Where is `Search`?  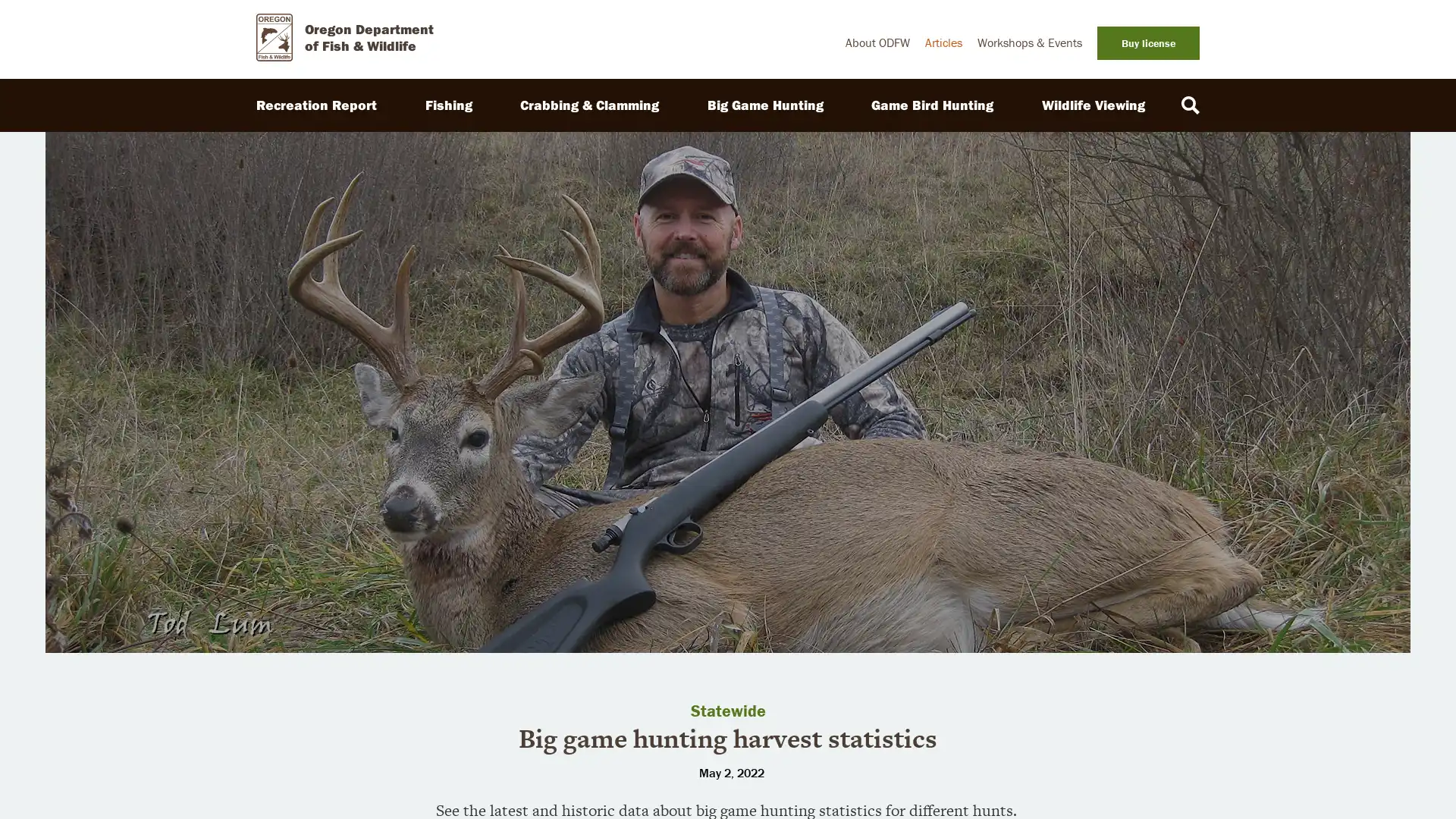 Search is located at coordinates (1189, 104).